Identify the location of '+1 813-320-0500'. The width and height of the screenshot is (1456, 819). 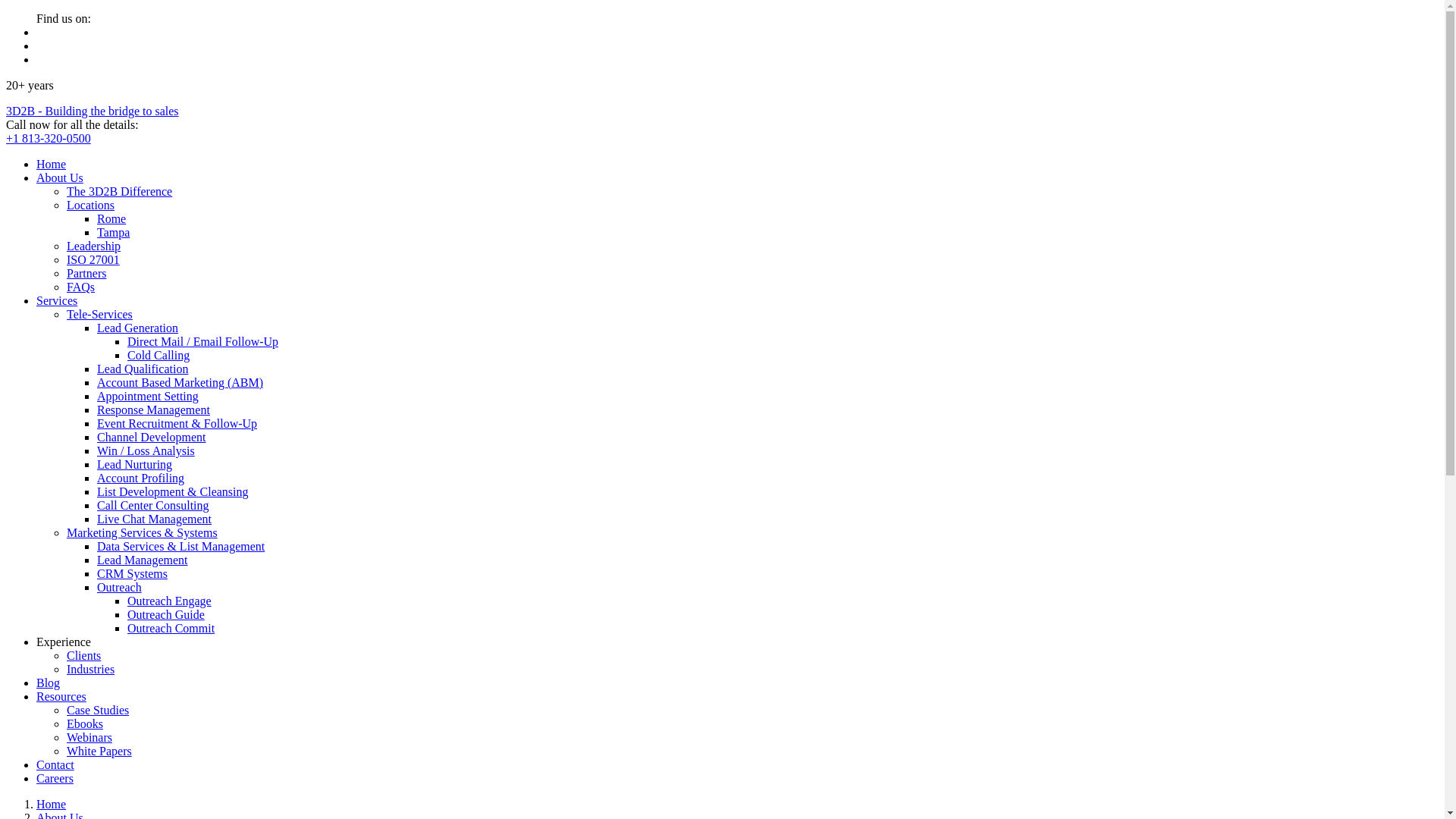
(48, 138).